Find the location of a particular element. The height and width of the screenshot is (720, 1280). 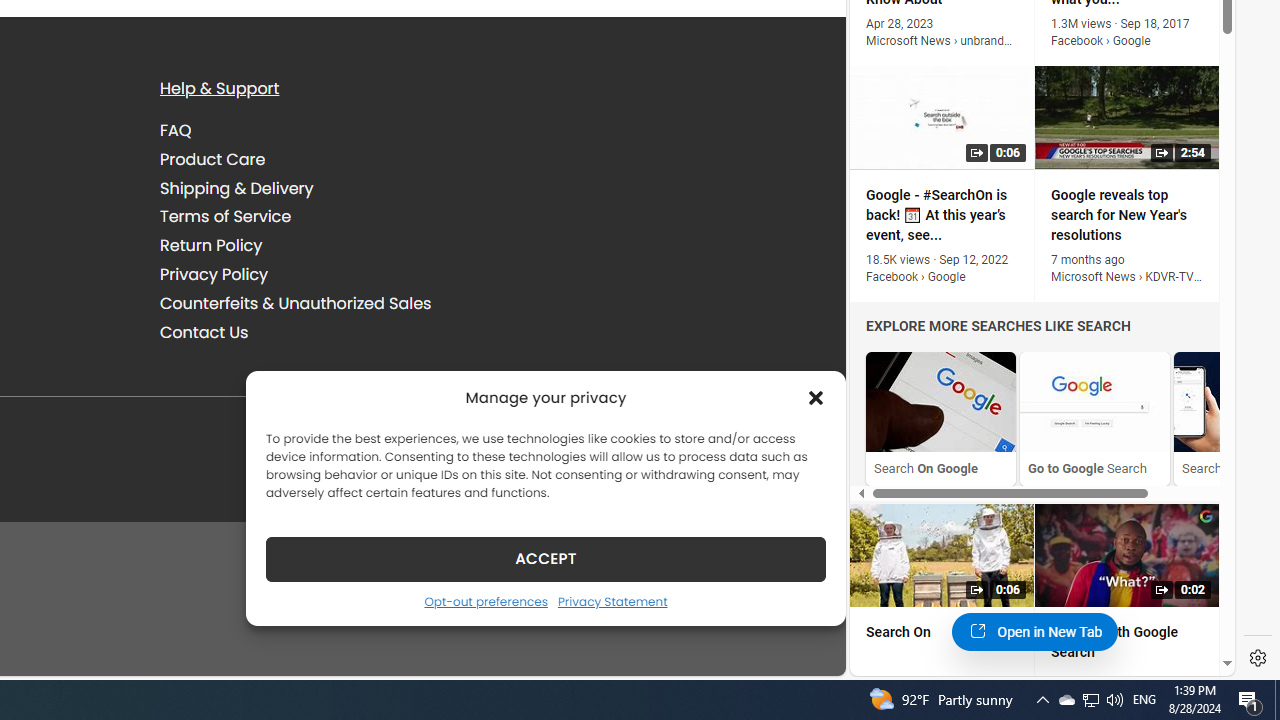

'Shipping & Delivery' is located at coordinates (236, 187).